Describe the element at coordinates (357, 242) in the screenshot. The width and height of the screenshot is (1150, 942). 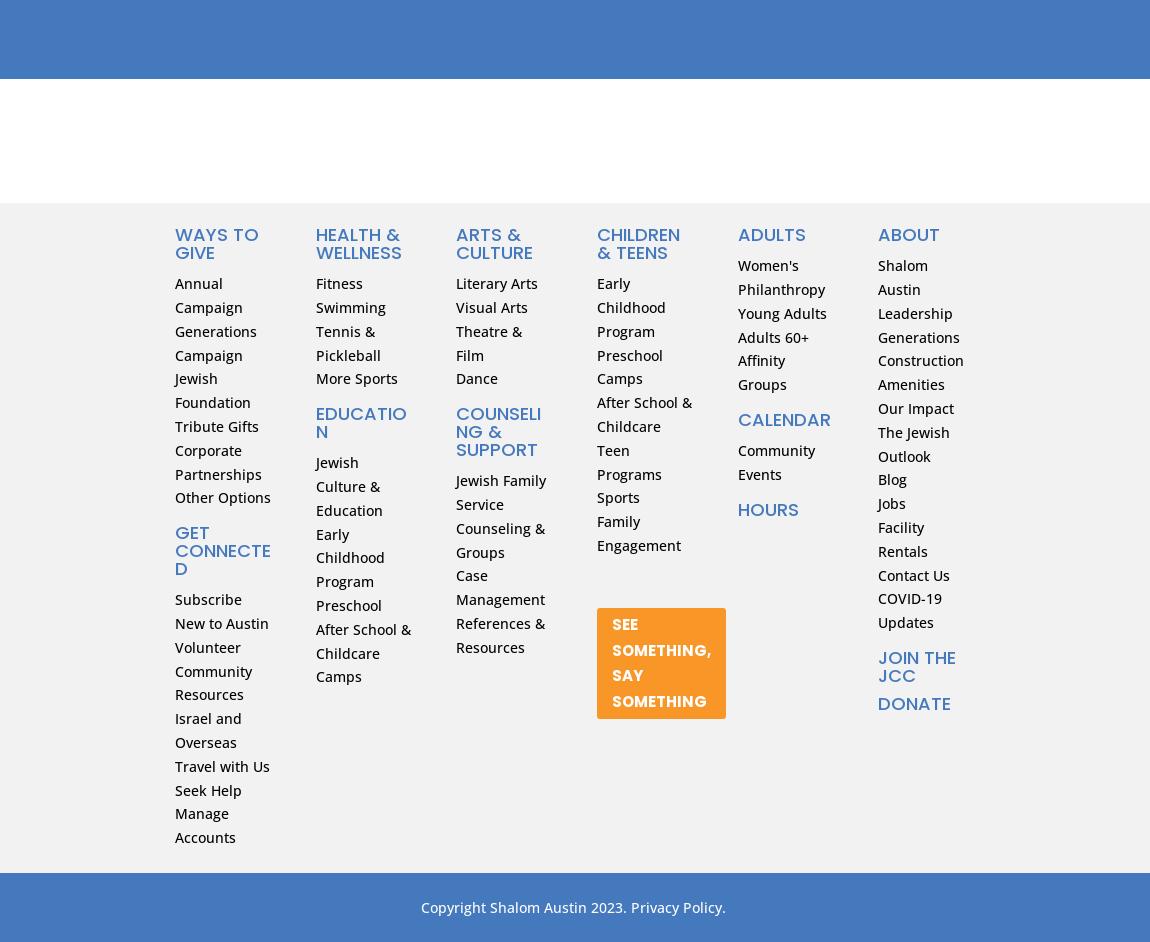
I see `'HEALTH & WELLNESS'` at that location.